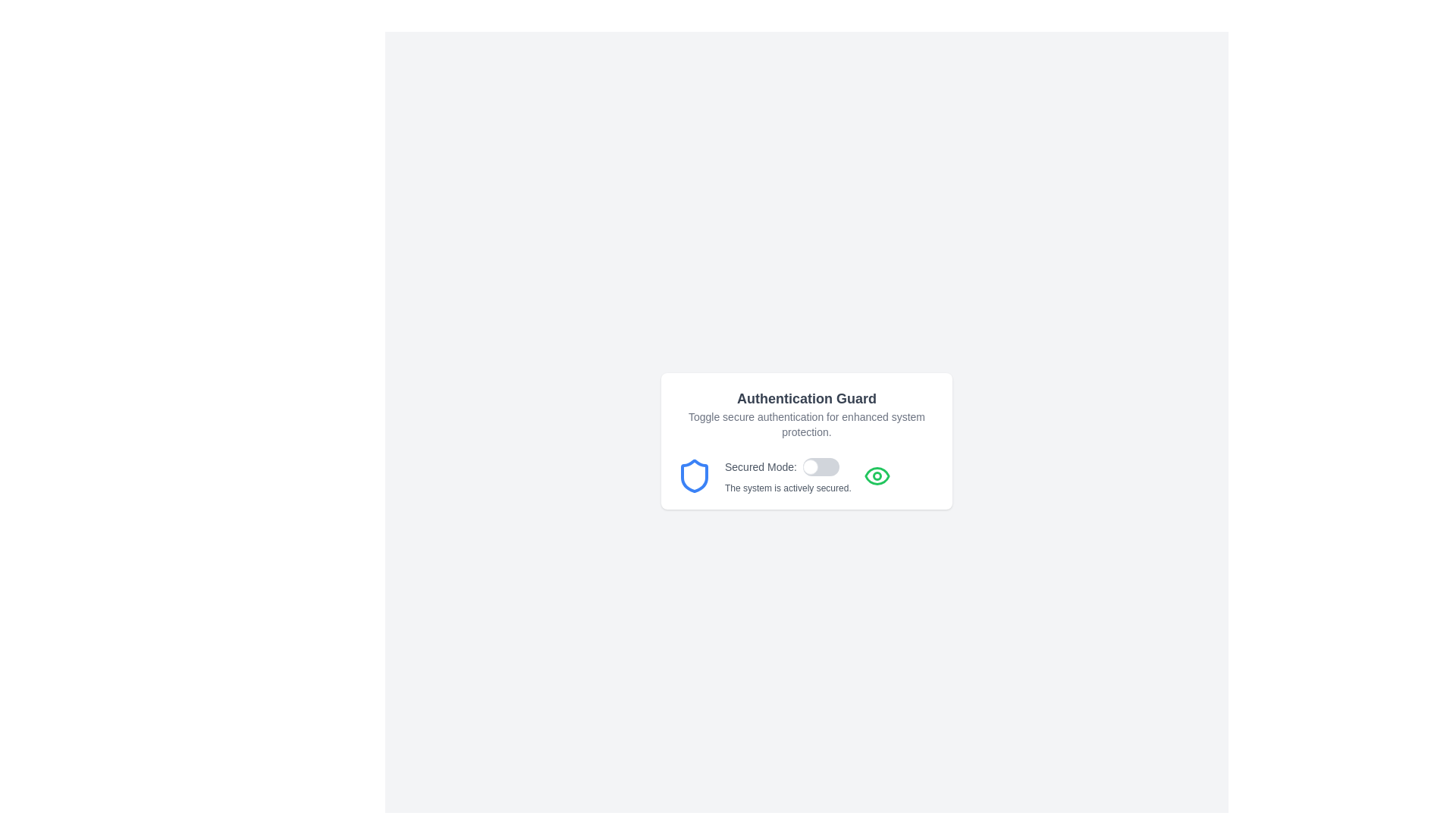 This screenshot has height=819, width=1456. What do you see at coordinates (809, 466) in the screenshot?
I see `the movable switch thumb of the toggle component located at the bottom-right part of the interface card` at bounding box center [809, 466].